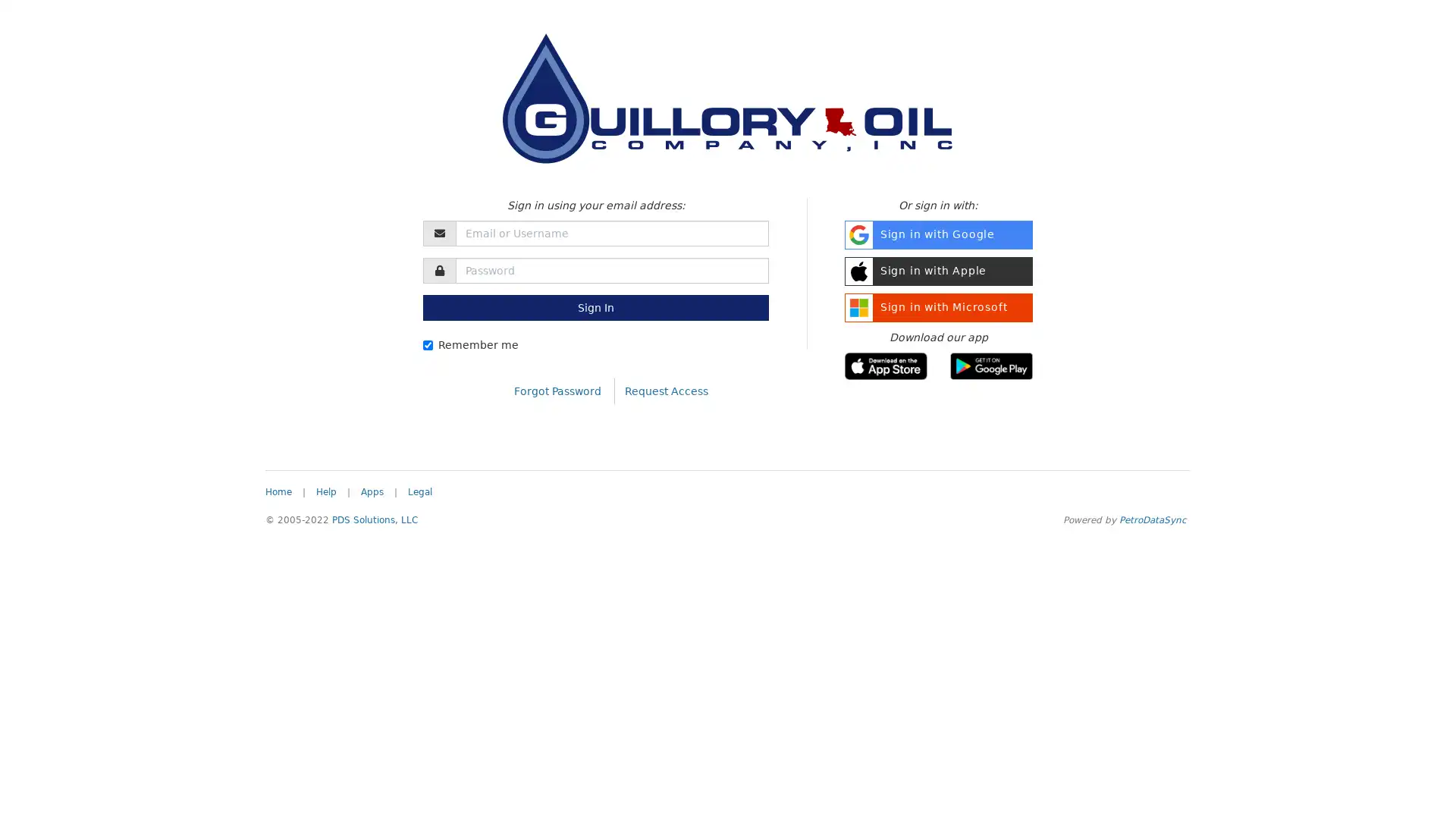 The height and width of the screenshot is (819, 1456). Describe the element at coordinates (556, 390) in the screenshot. I see `Forgot Password` at that location.